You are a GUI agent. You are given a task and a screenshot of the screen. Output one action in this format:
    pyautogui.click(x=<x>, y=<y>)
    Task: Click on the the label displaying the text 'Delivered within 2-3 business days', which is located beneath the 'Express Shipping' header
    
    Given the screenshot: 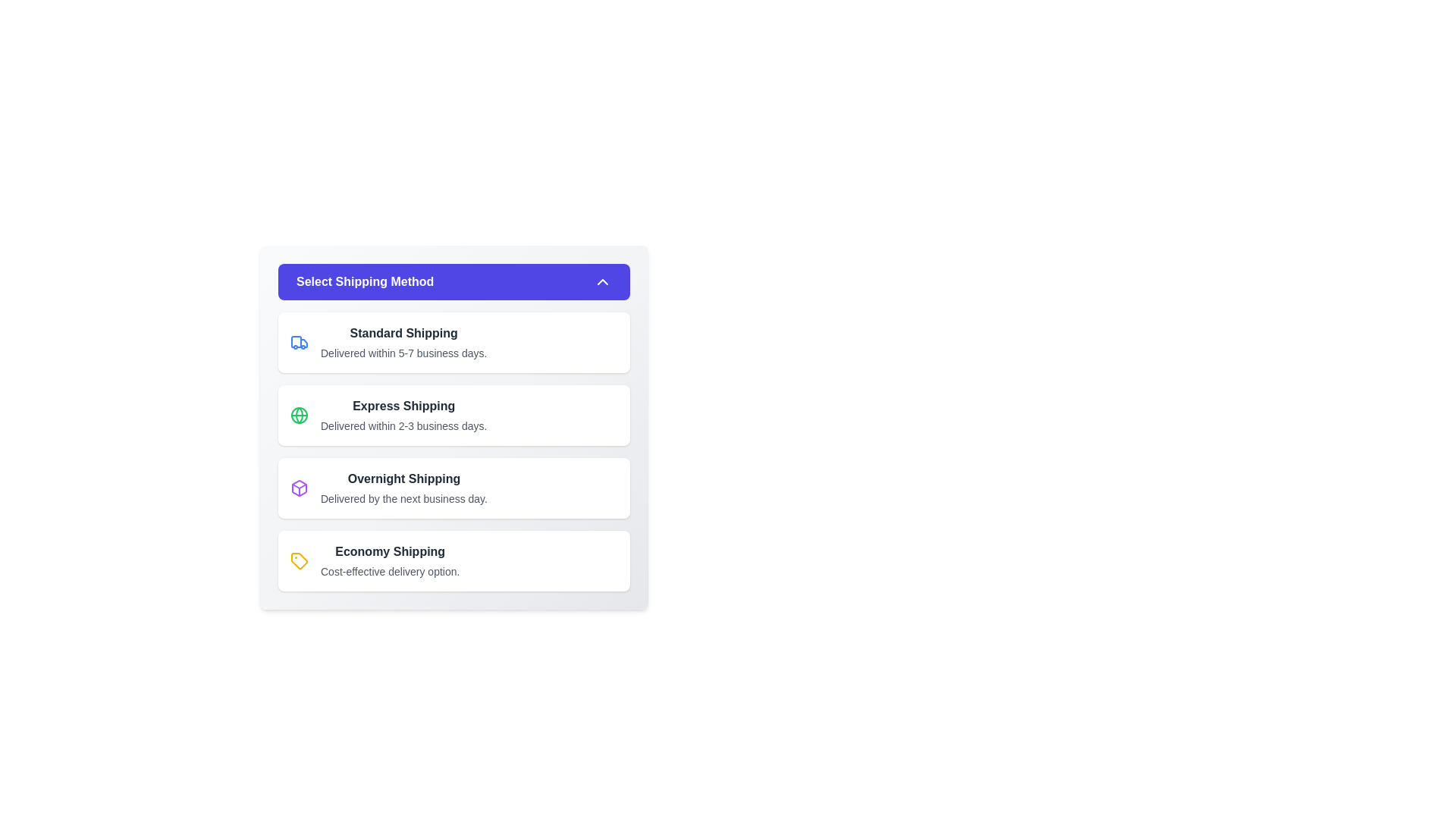 What is the action you would take?
    pyautogui.click(x=403, y=426)
    